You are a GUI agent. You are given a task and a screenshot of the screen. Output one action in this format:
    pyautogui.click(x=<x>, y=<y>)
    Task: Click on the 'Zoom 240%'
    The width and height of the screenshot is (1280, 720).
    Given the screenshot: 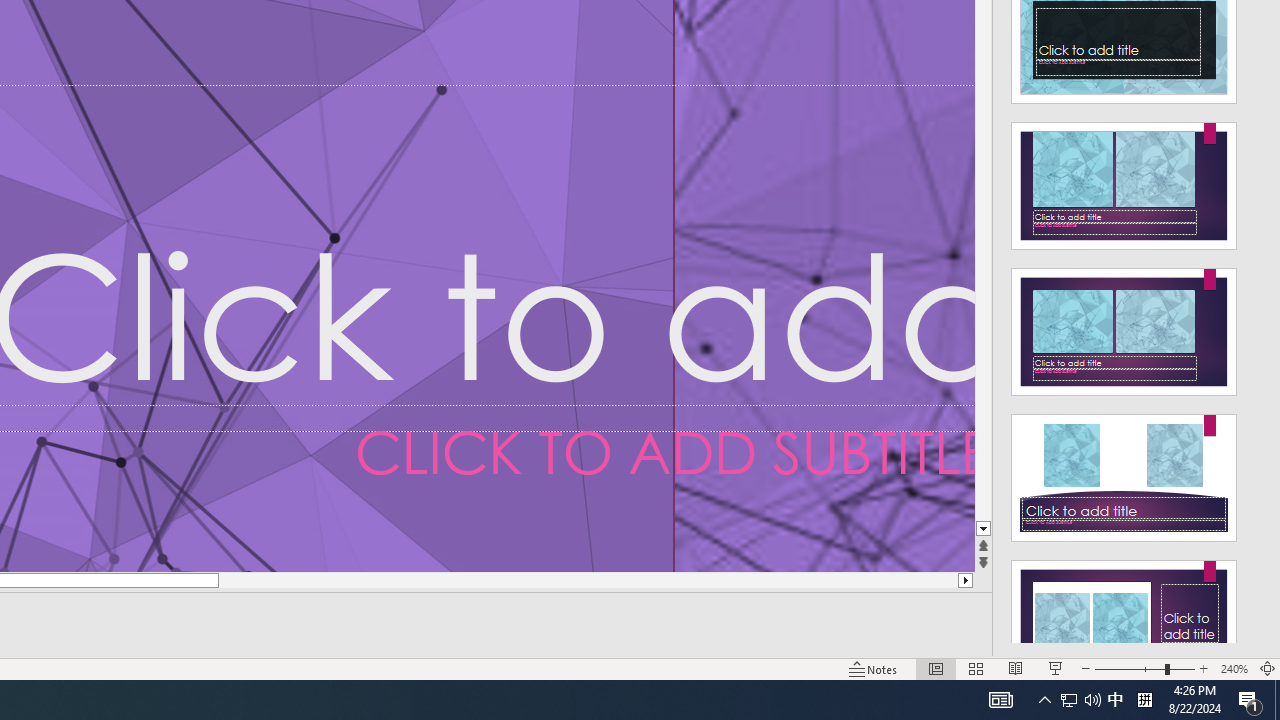 What is the action you would take?
    pyautogui.click(x=1233, y=669)
    